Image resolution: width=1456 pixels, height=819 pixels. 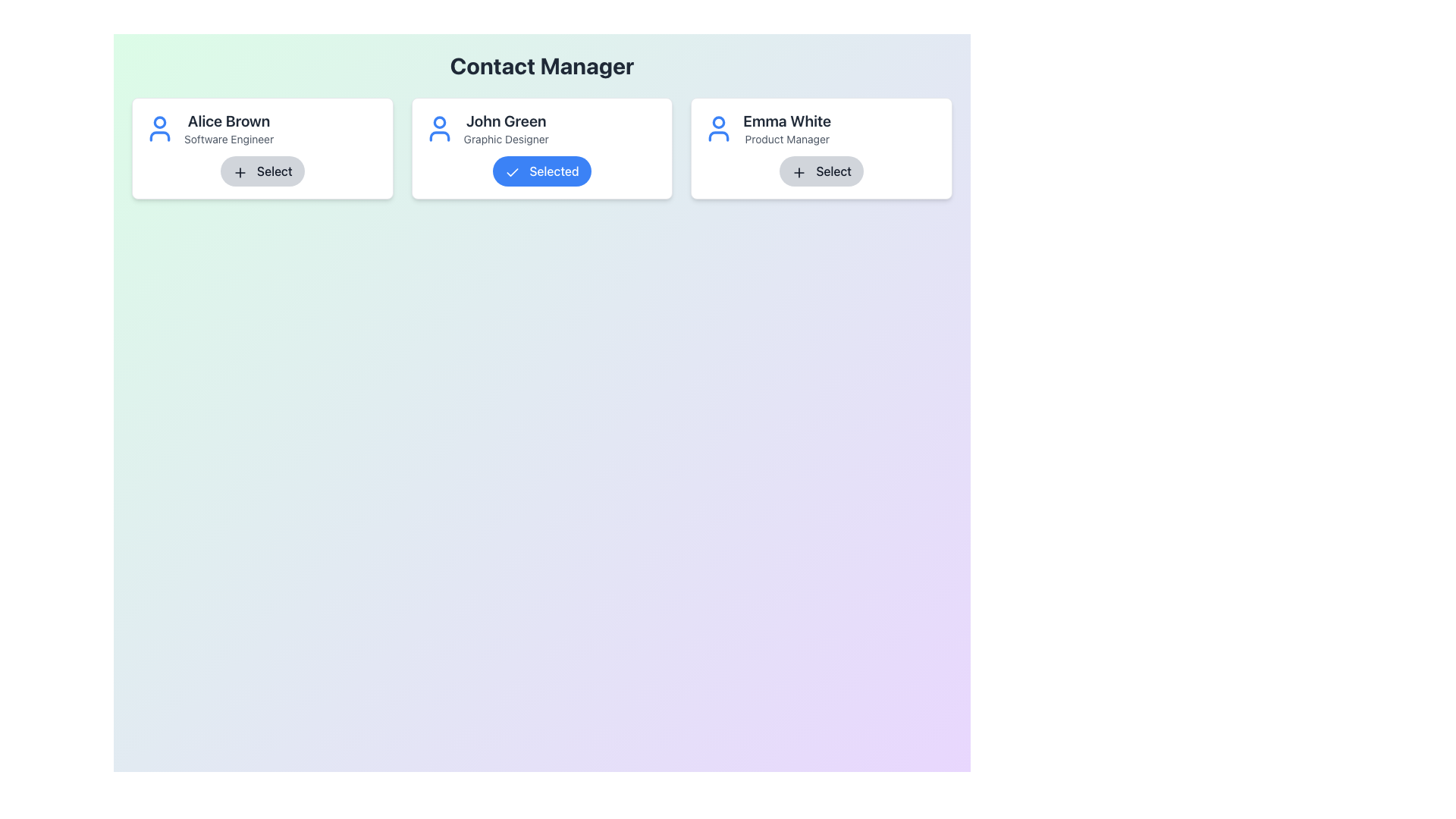 What do you see at coordinates (718, 136) in the screenshot?
I see `the decorative graphical vector component located beneath the head in the user profile icon for 'Emma White, Product Manager'` at bounding box center [718, 136].